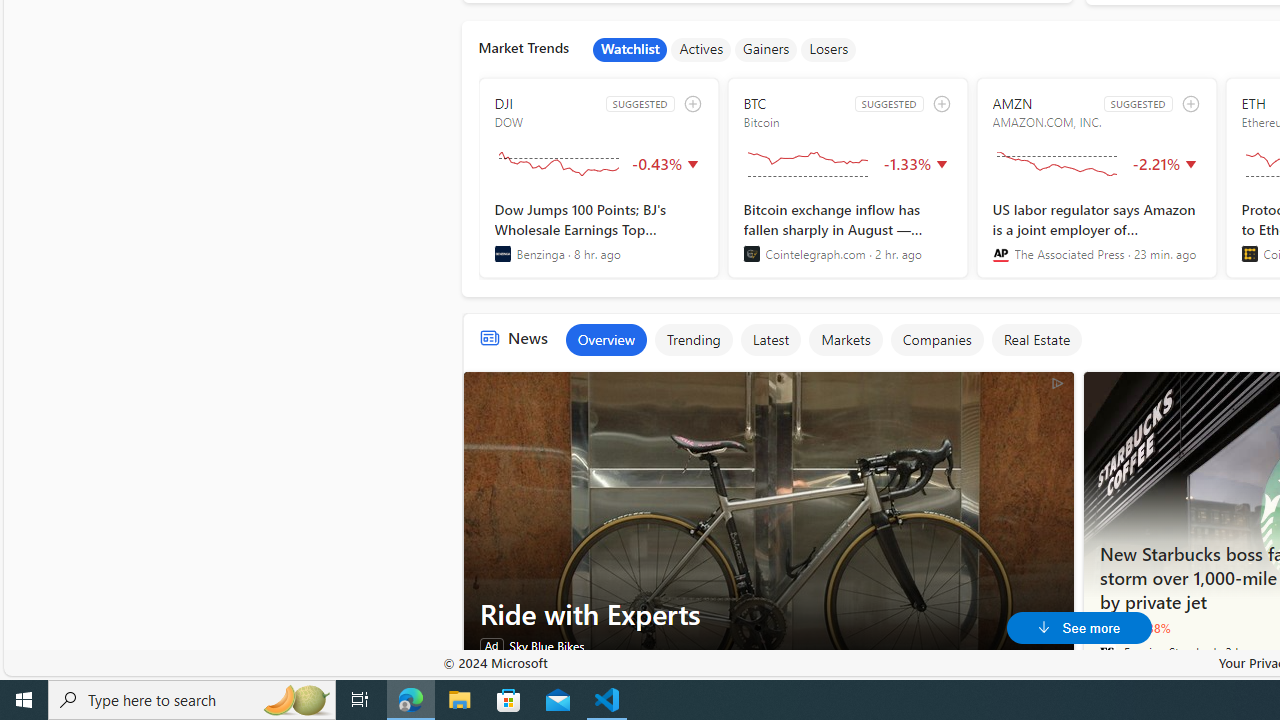  What do you see at coordinates (693, 338) in the screenshot?
I see `'Trending'` at bounding box center [693, 338].